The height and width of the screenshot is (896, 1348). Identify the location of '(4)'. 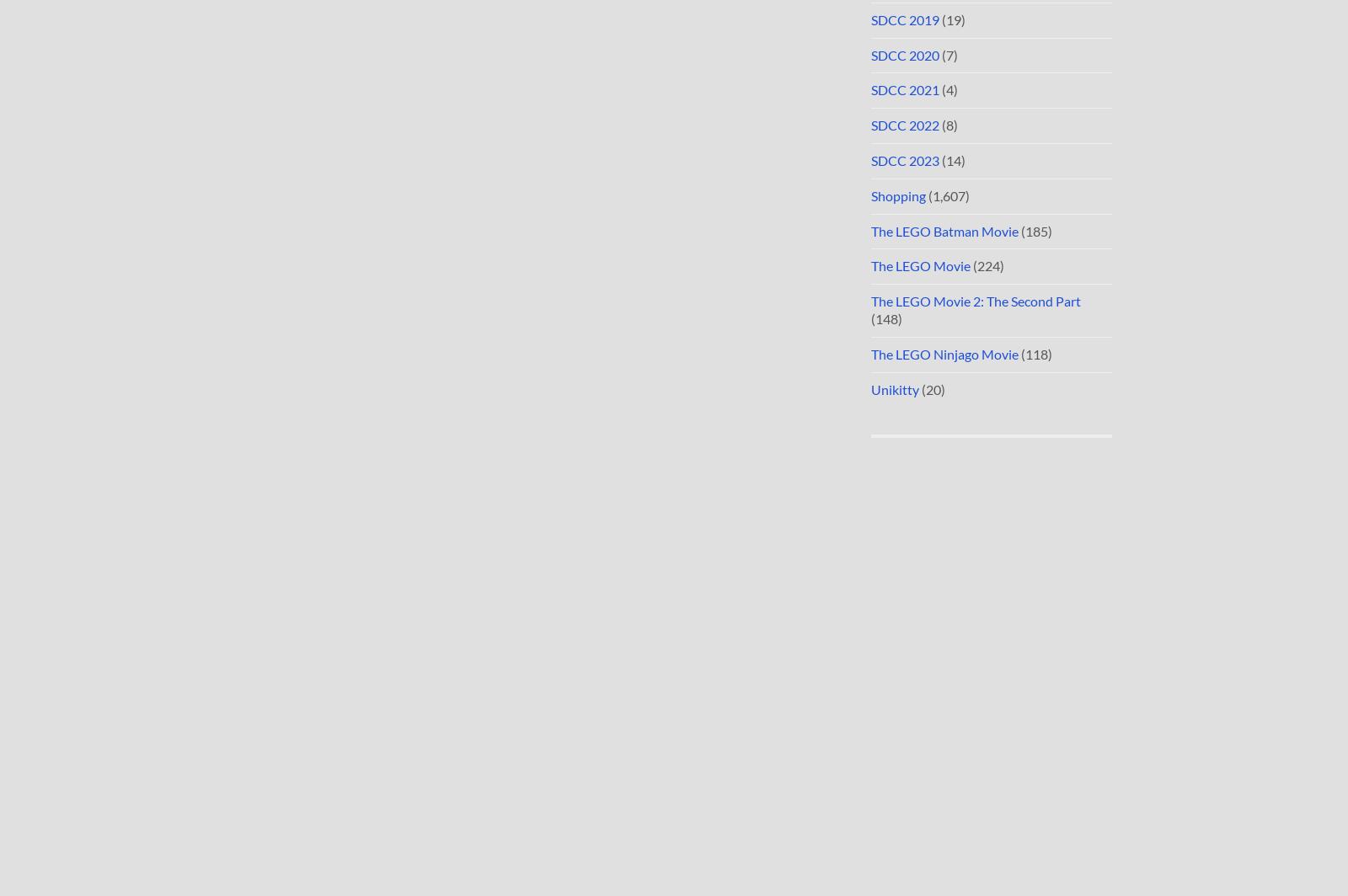
(948, 89).